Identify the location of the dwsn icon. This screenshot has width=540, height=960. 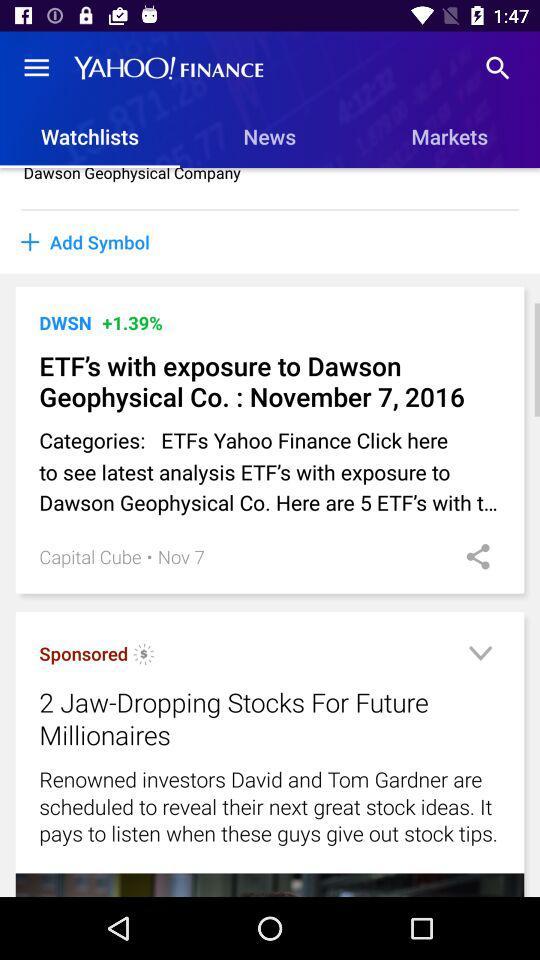
(65, 322).